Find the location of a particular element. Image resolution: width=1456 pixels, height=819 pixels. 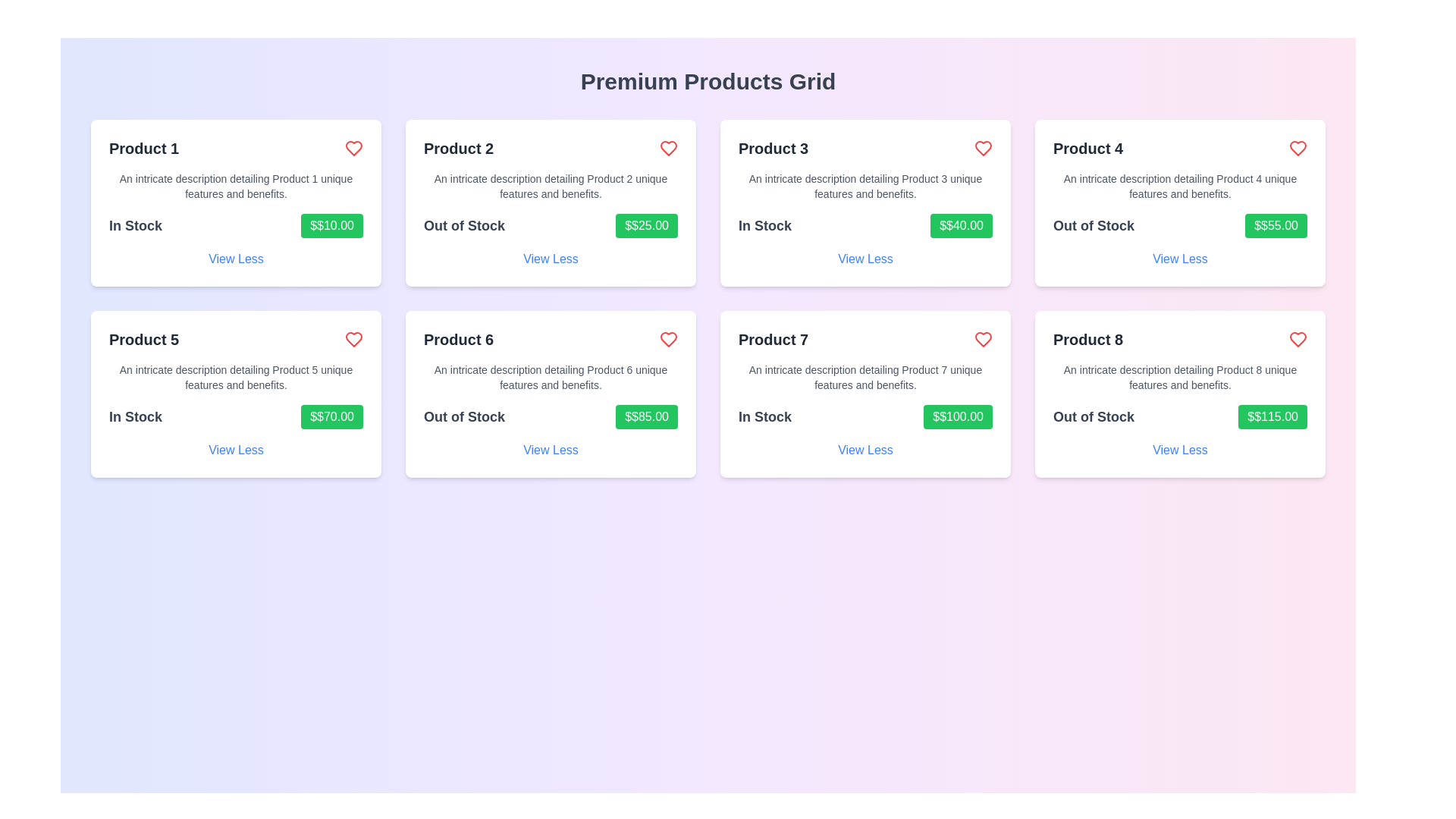

the 'View Less' text link, which is styled in blue and underlined when hovered, located at the bottom right of the 'Product 1' card, just below the green price label '$10.00' is located at coordinates (235, 259).